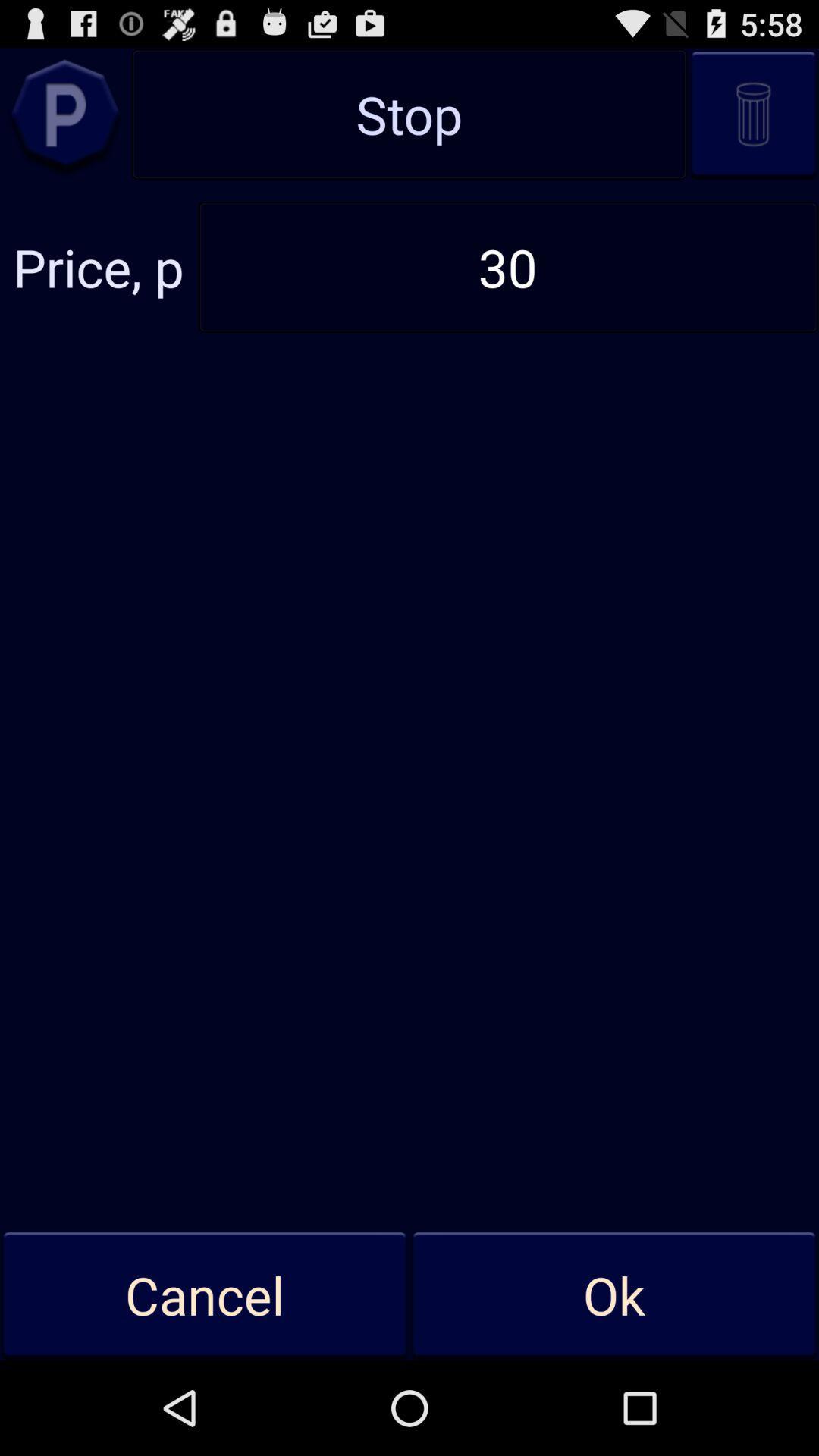 This screenshot has height=1456, width=819. What do you see at coordinates (753, 113) in the screenshot?
I see `delete entry` at bounding box center [753, 113].